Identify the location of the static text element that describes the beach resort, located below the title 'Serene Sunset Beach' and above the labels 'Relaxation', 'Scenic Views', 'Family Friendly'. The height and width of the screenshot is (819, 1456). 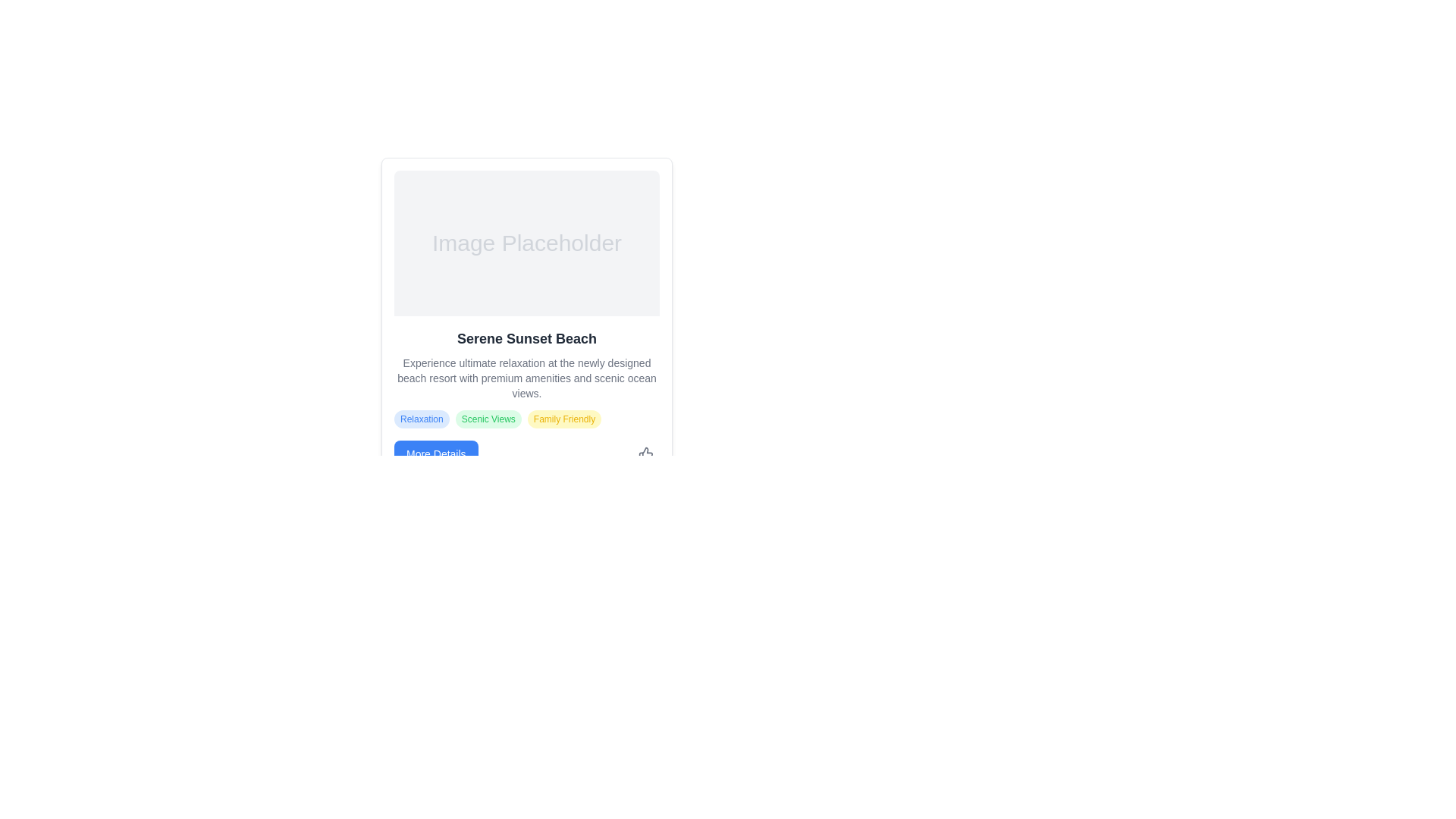
(527, 377).